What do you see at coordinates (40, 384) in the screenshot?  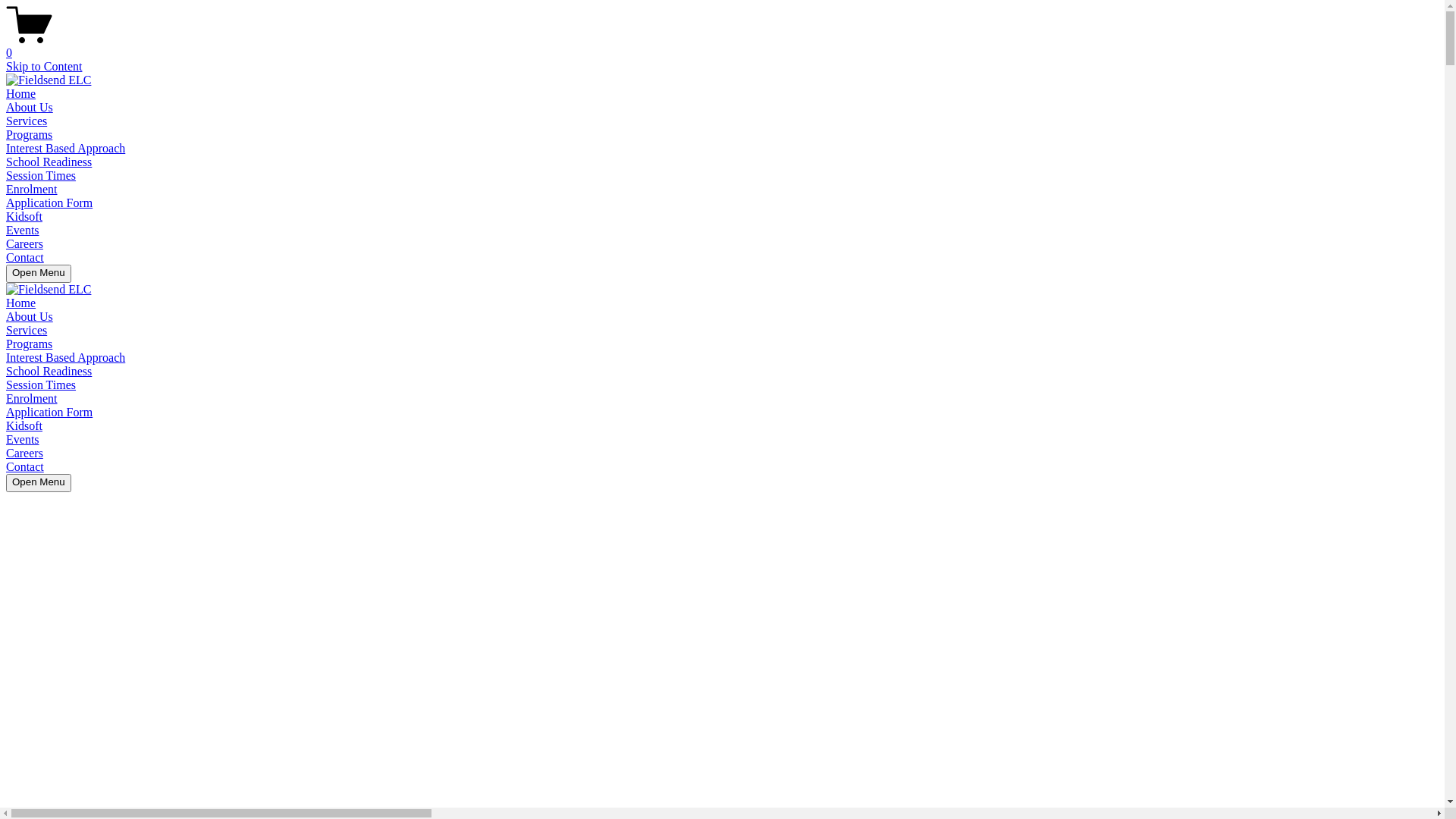 I see `'Session Times'` at bounding box center [40, 384].